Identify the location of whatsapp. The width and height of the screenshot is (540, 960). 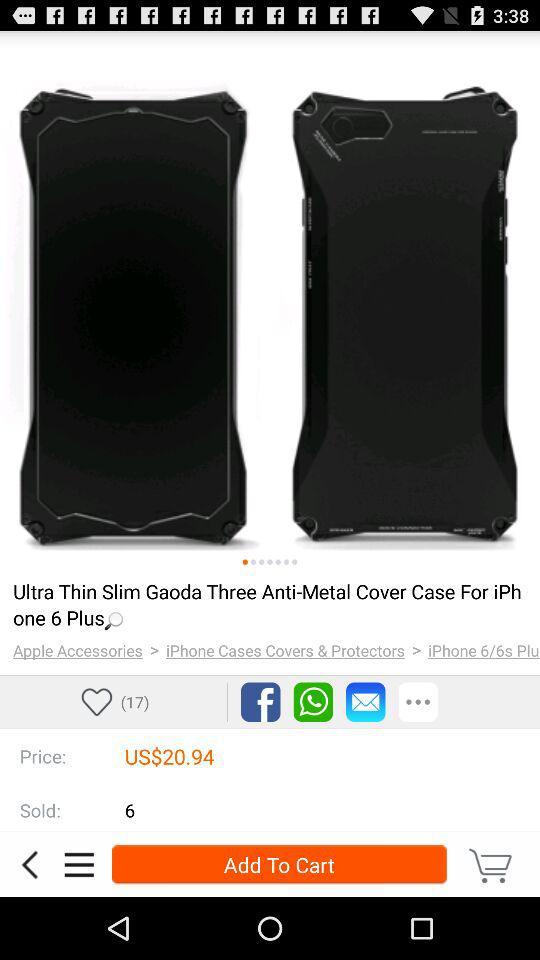
(313, 702).